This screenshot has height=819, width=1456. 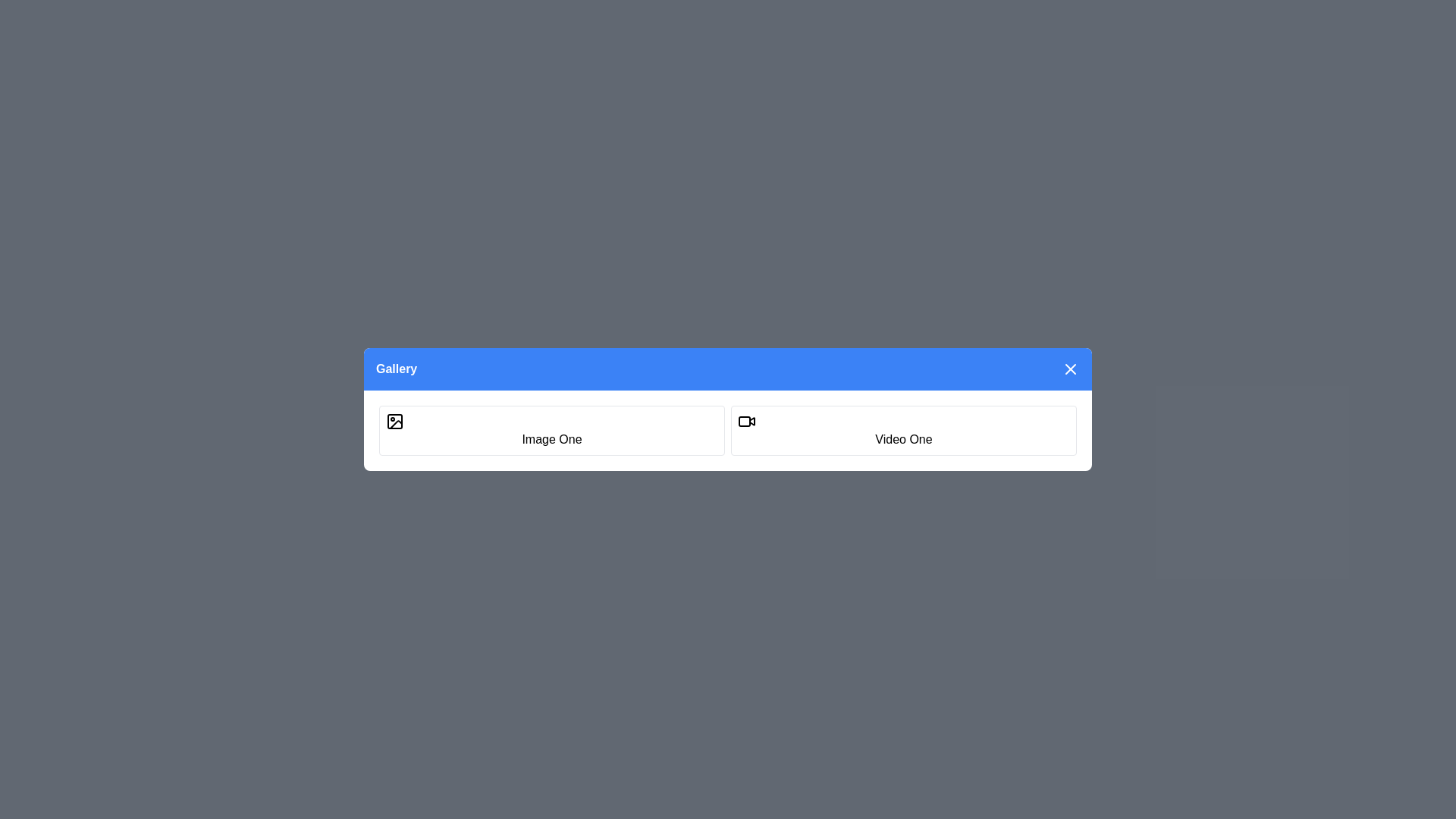 I want to click on the Icon component that is part of the Gallery interface, specifically located near the label 'Image One', so click(x=395, y=421).